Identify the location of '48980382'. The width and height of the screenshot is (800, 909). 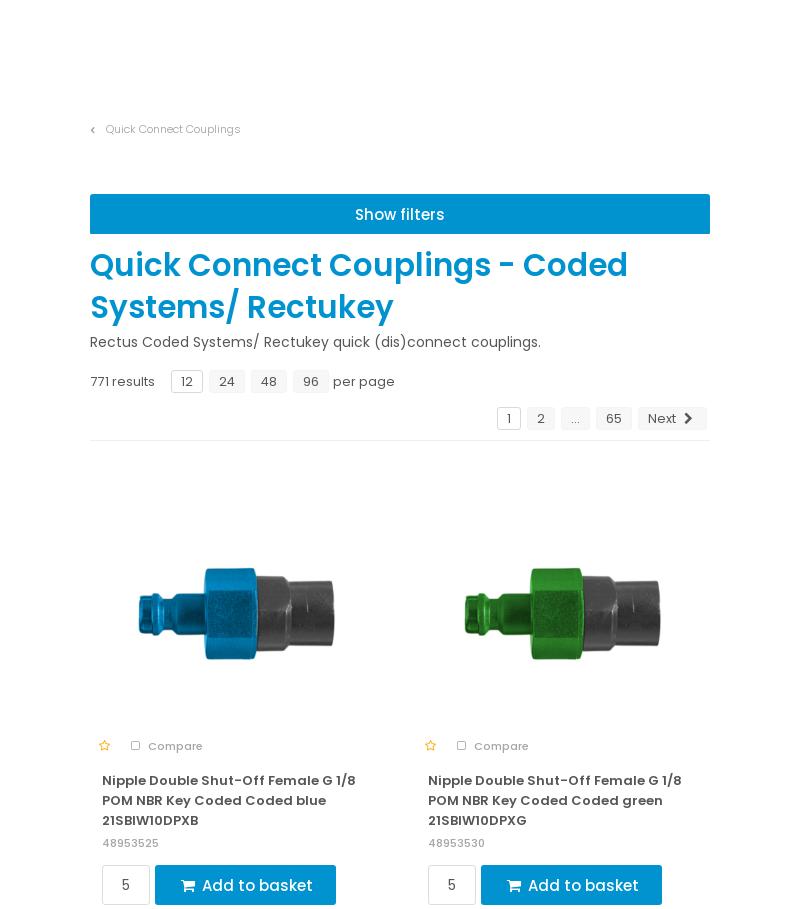
(428, 167).